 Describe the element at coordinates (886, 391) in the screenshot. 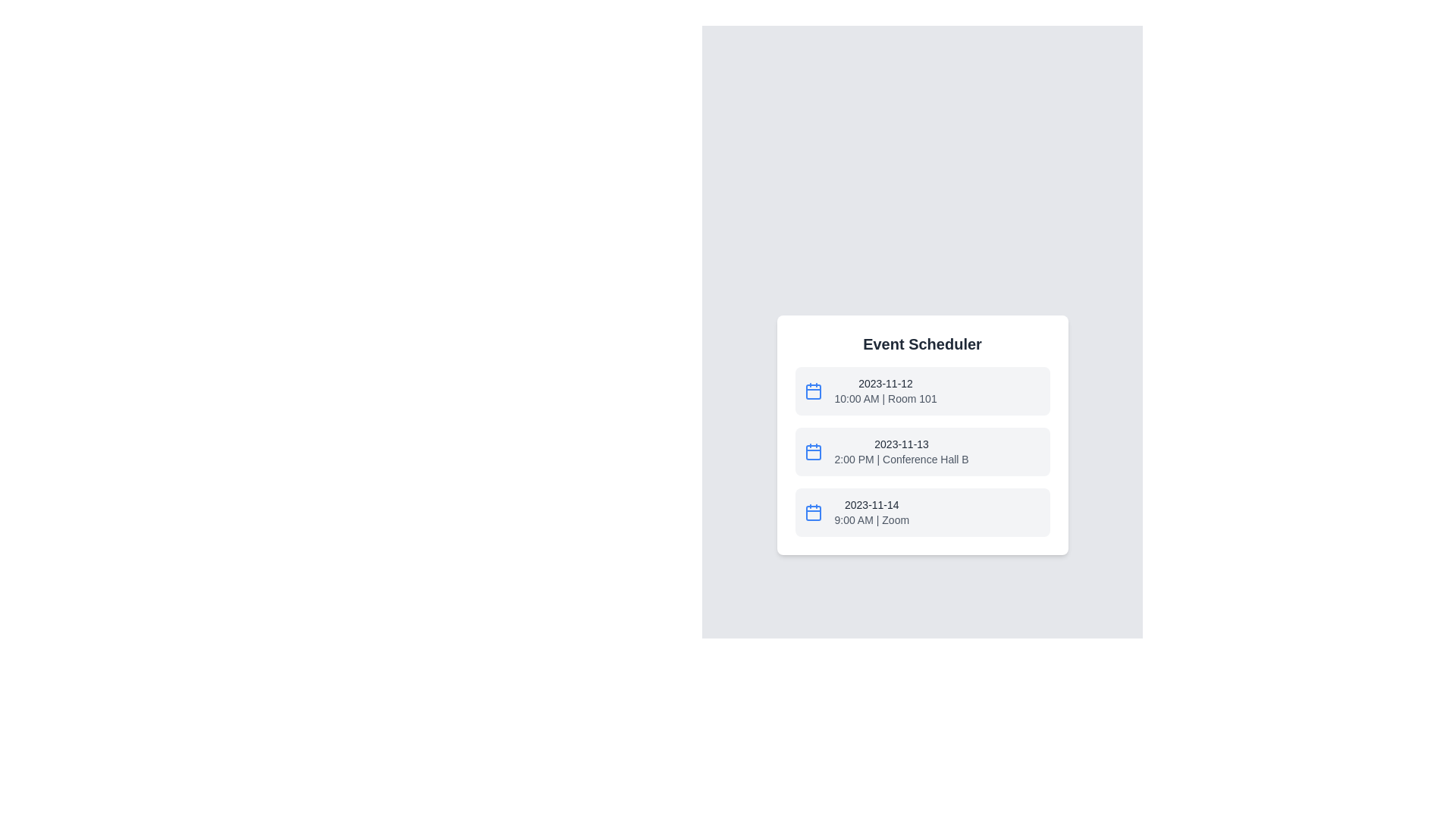

I see `the Text display field within the event card that shows '2023-11-12', '10:00 AM', and 'Room 101', positioned at the topmost slot of the event cards list under 'Event Scheduler'` at that location.